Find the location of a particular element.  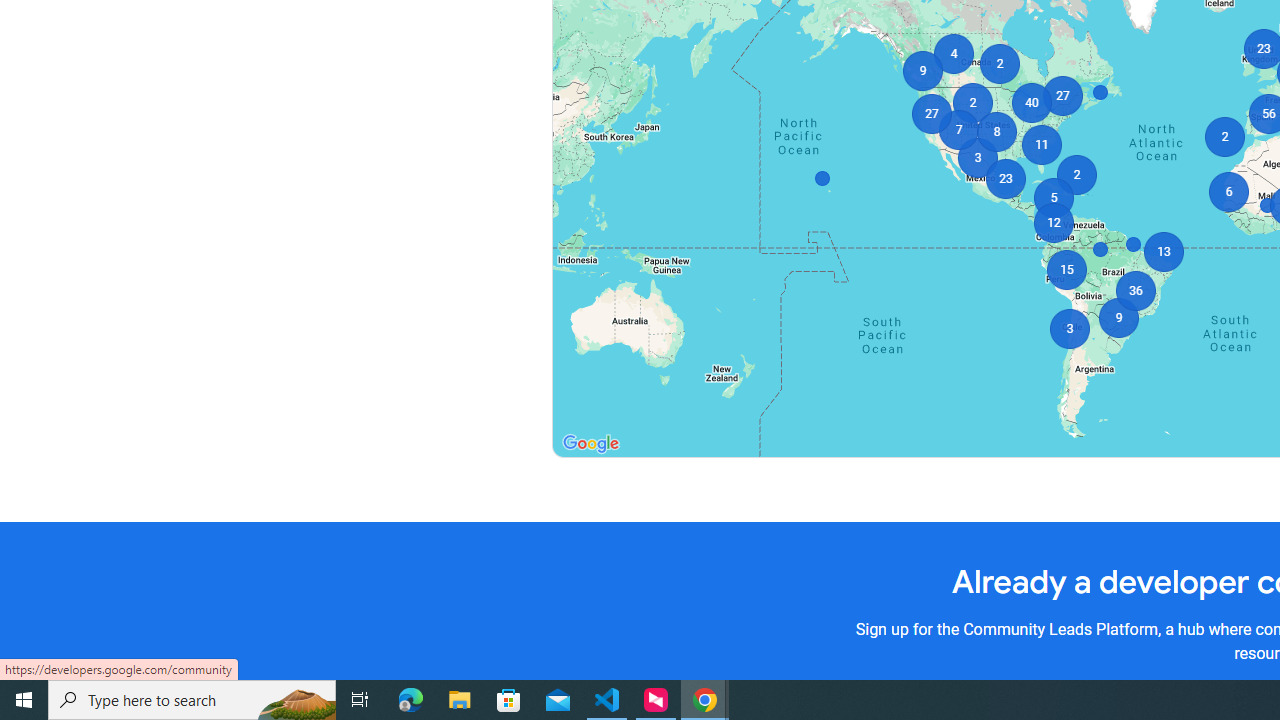

'9' is located at coordinates (921, 69).